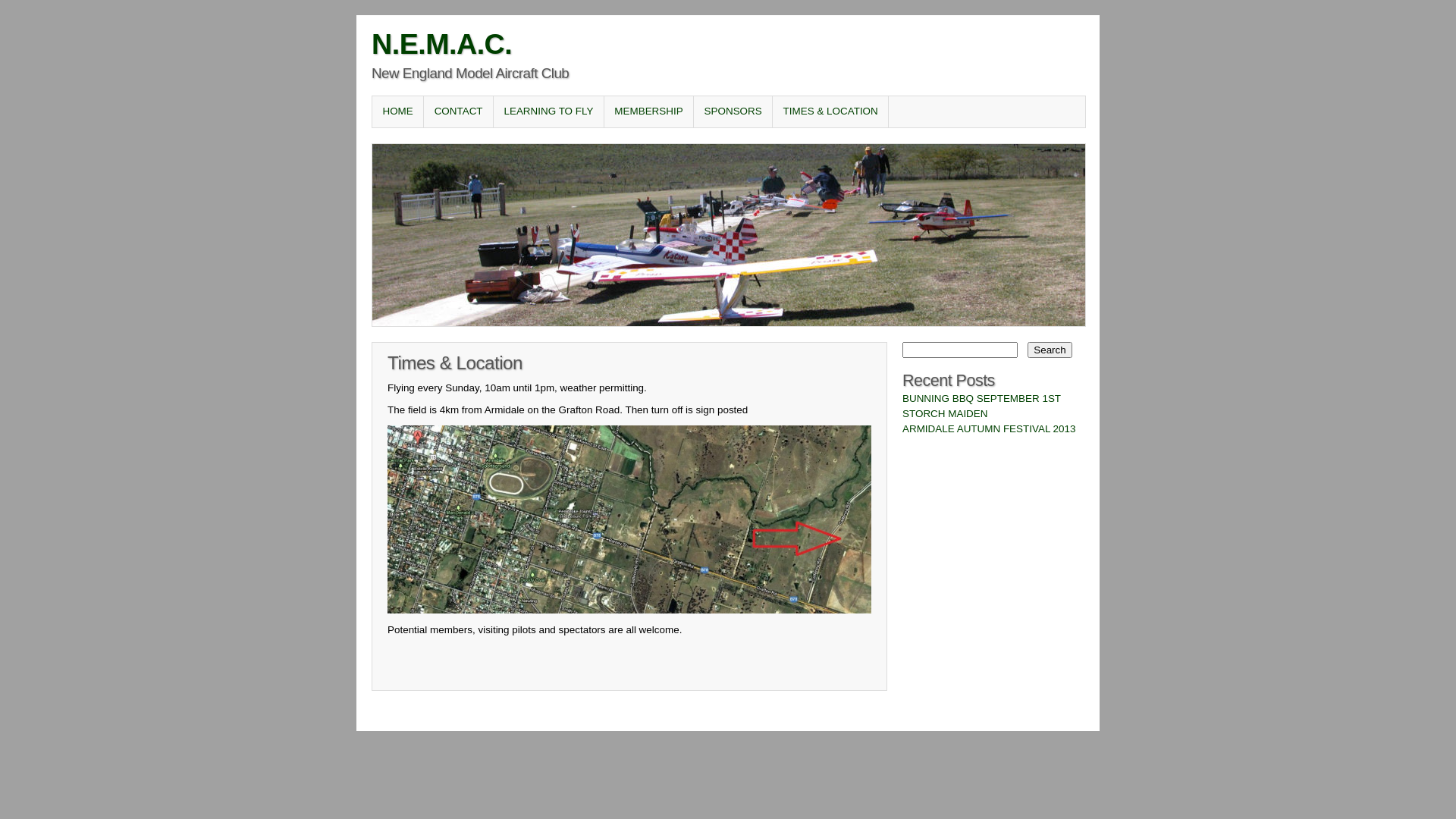 The width and height of the screenshot is (1456, 819). Describe the element at coordinates (397, 110) in the screenshot. I see `'HOME'` at that location.